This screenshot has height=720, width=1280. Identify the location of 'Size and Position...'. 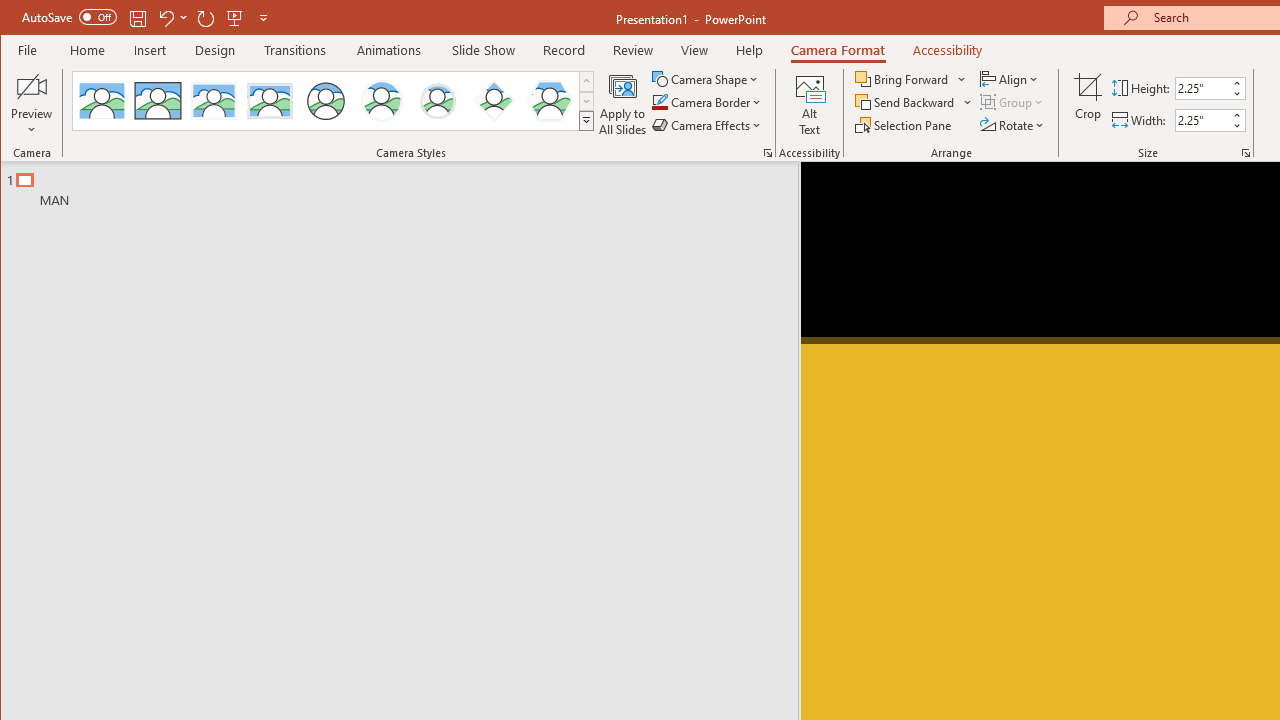
(1245, 152).